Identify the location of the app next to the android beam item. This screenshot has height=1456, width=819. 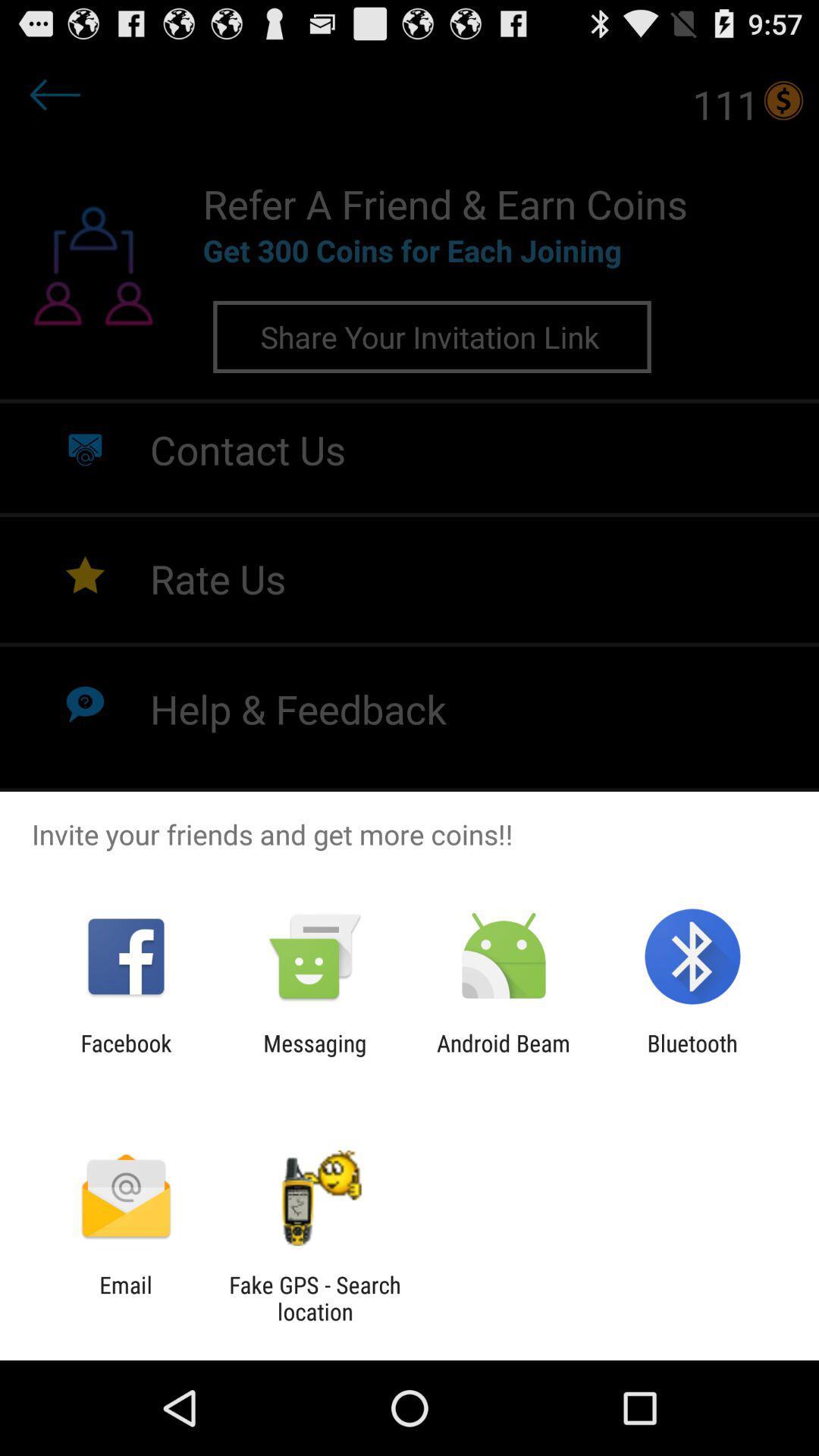
(314, 1056).